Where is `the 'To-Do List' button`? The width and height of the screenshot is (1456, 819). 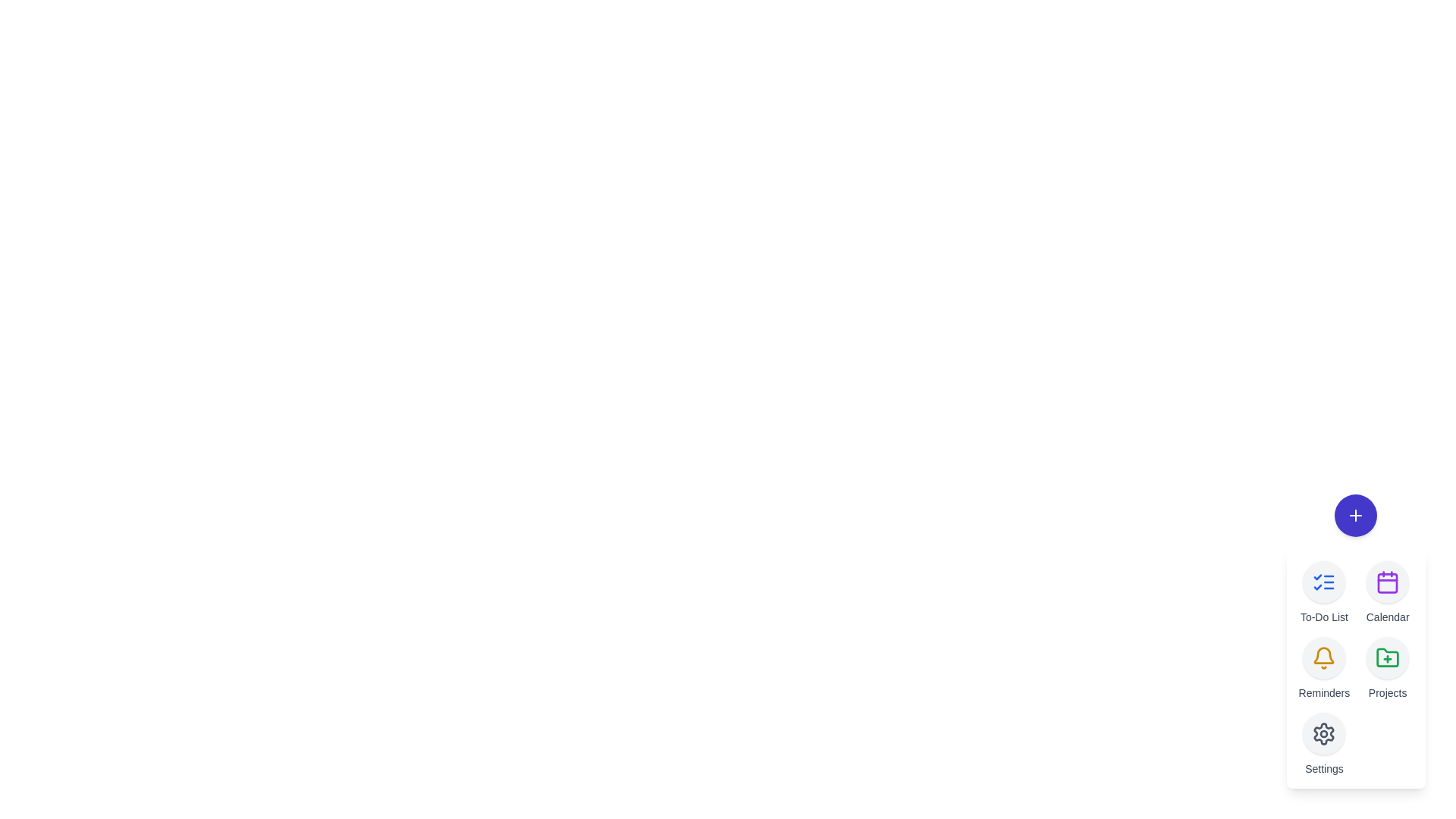
the 'To-Do List' button is located at coordinates (1323, 581).